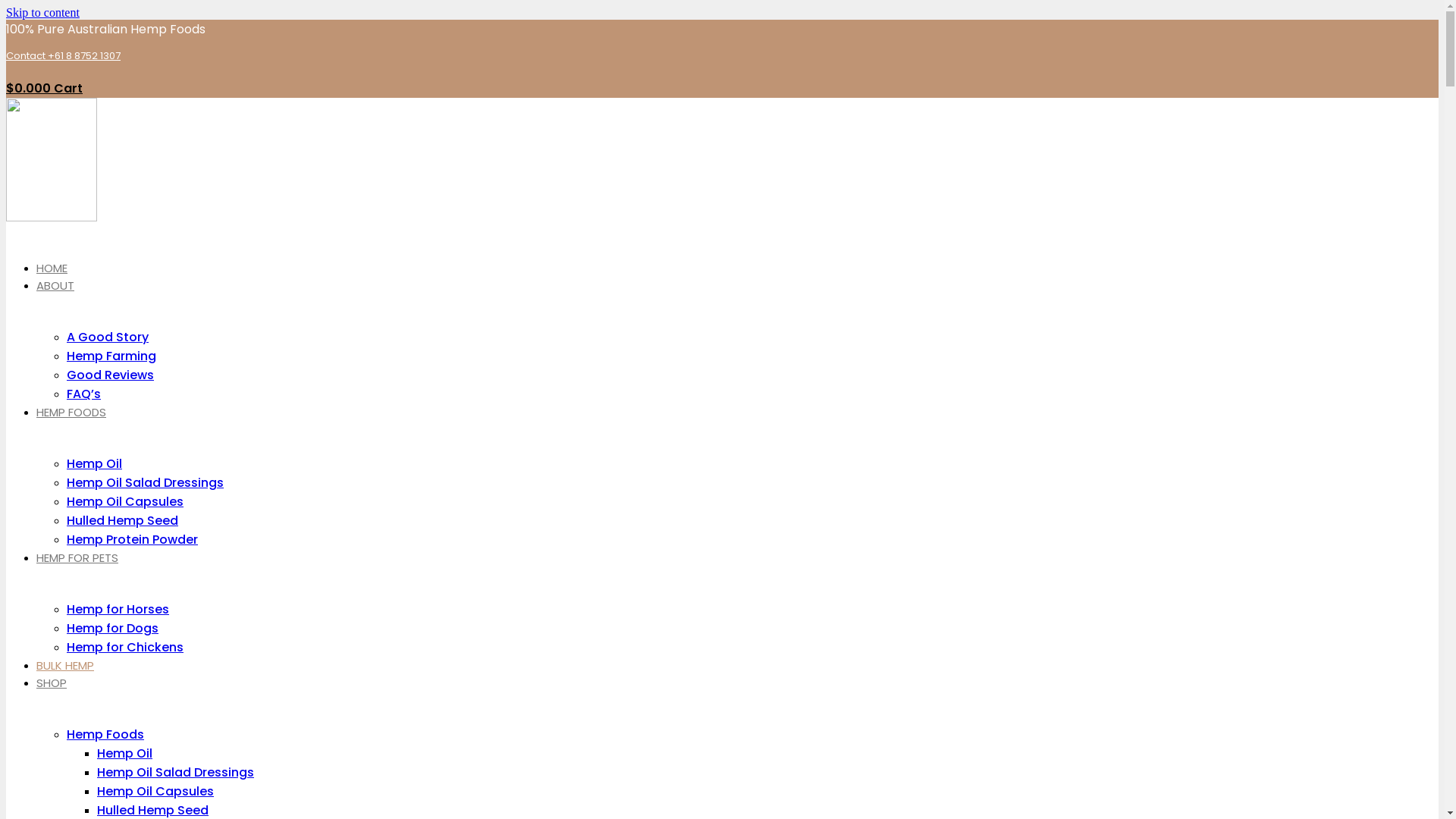 The height and width of the screenshot is (819, 1456). Describe the element at coordinates (155, 790) in the screenshot. I see `'Hemp Oil Capsules'` at that location.